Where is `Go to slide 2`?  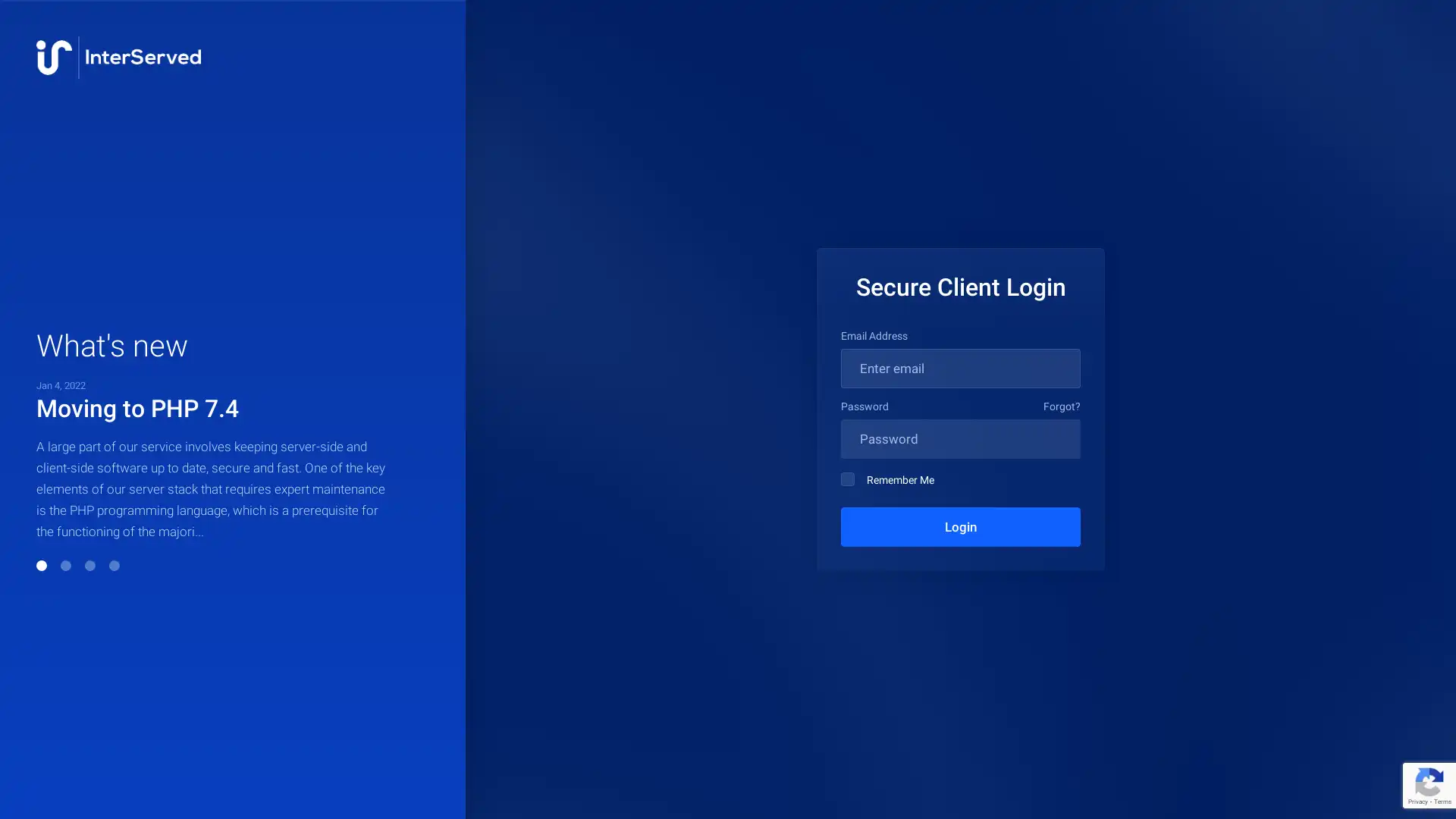 Go to slide 2 is located at coordinates (64, 580).